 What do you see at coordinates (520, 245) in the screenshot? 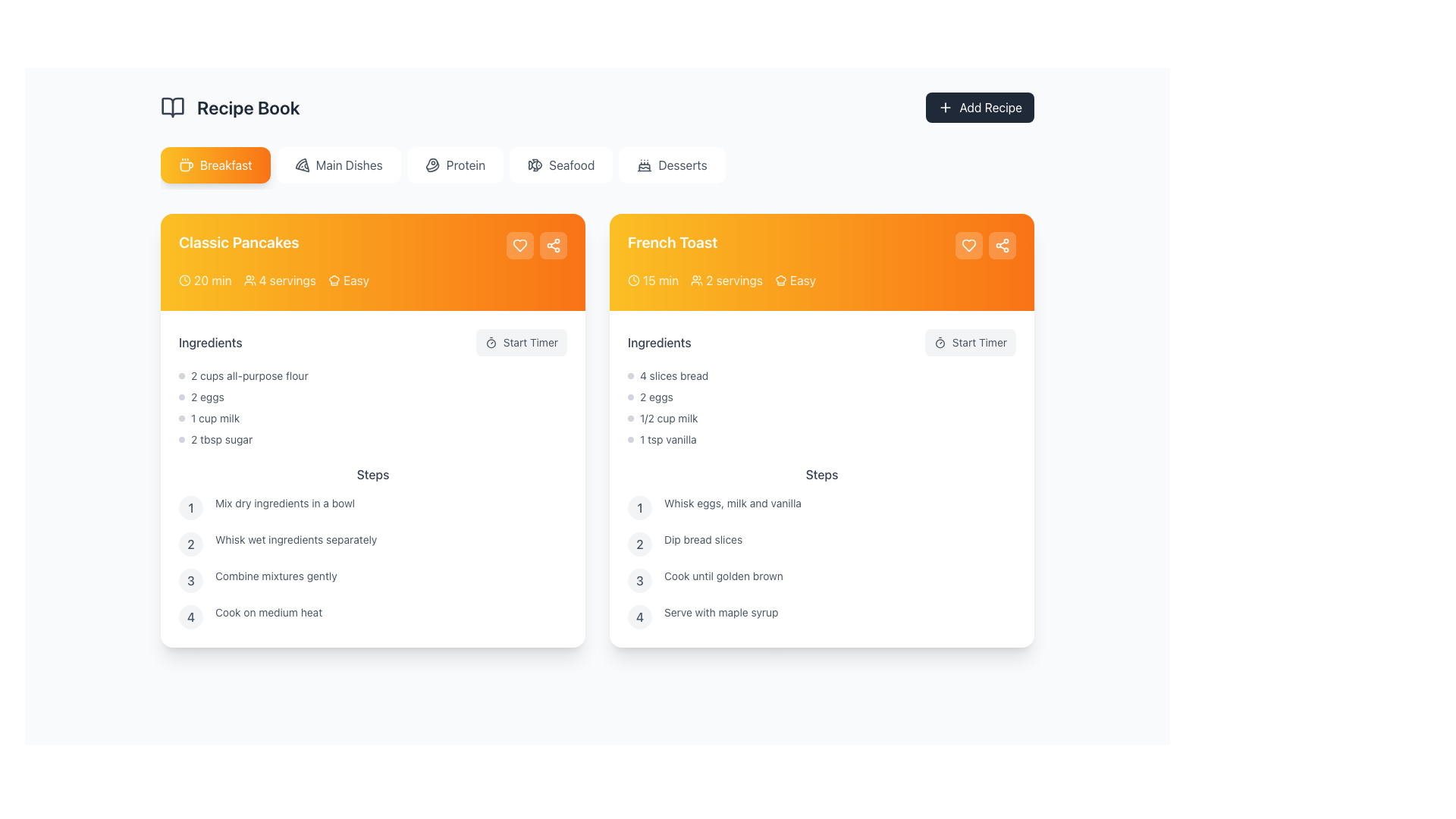
I see `the like button for the 'Classic Pancakes' section located in the top-right corner` at bounding box center [520, 245].